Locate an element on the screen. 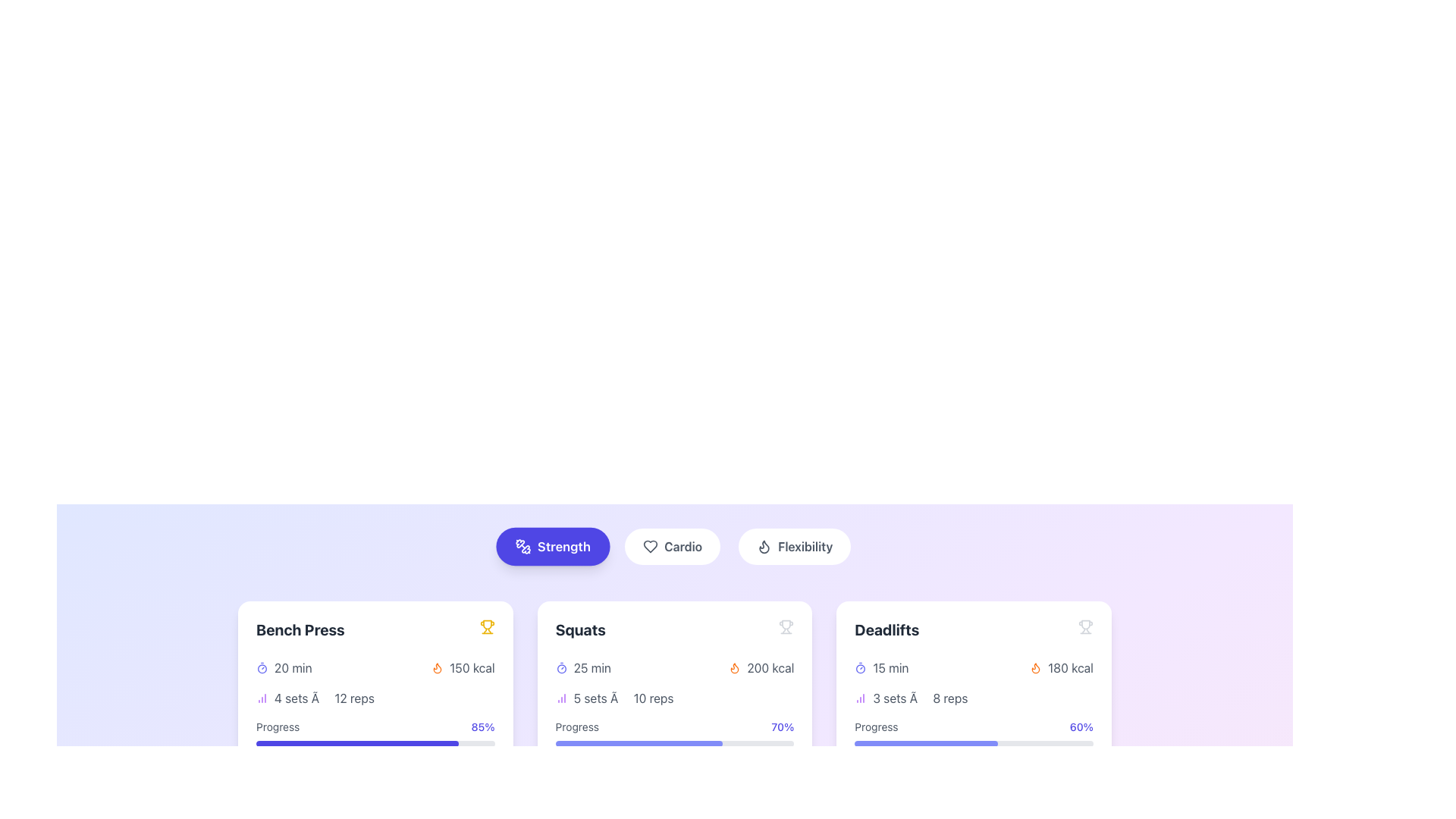 The image size is (1456, 819). the progress bar located at the bottom of the 'Bench Press' card, just beneath the label 'Progress' and the percentage indicator '85% is located at coordinates (375, 742).